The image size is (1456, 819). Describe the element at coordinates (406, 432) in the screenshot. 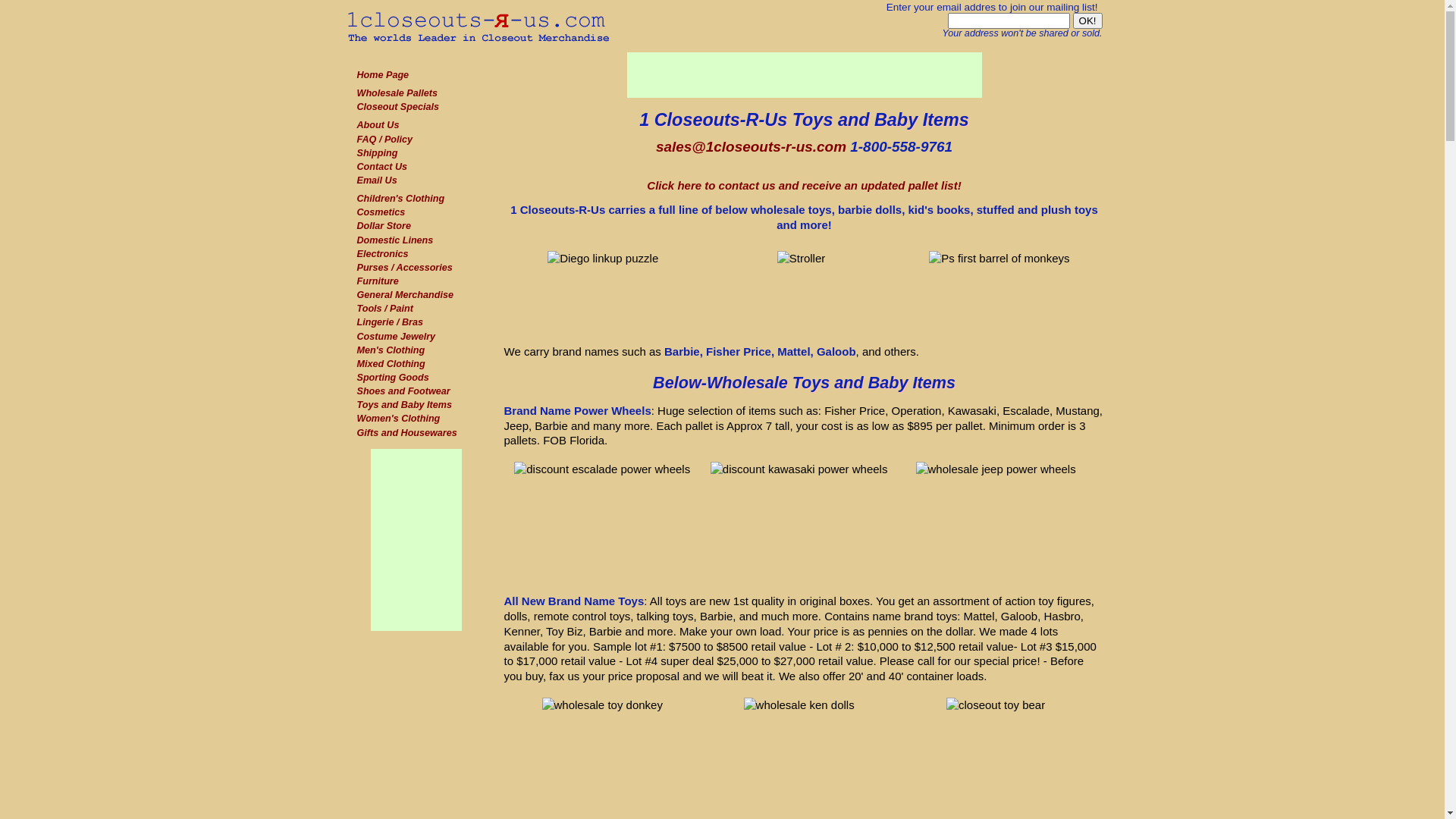

I see `'Gifts and Housewares'` at that location.